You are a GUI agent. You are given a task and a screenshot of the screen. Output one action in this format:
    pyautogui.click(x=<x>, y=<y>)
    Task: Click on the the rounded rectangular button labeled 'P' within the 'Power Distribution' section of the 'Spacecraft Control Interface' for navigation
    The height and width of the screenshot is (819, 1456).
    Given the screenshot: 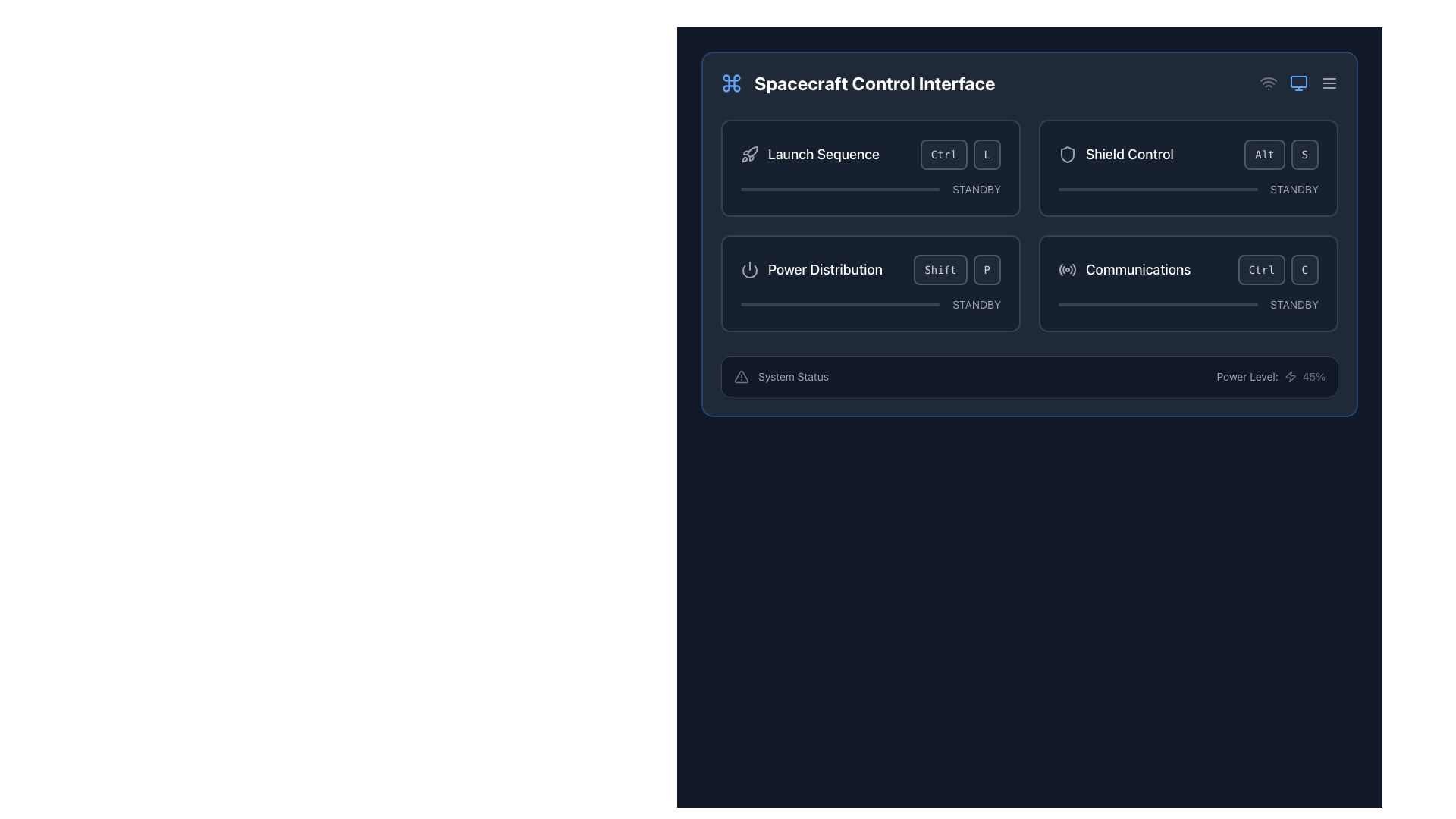 What is the action you would take?
    pyautogui.click(x=987, y=268)
    